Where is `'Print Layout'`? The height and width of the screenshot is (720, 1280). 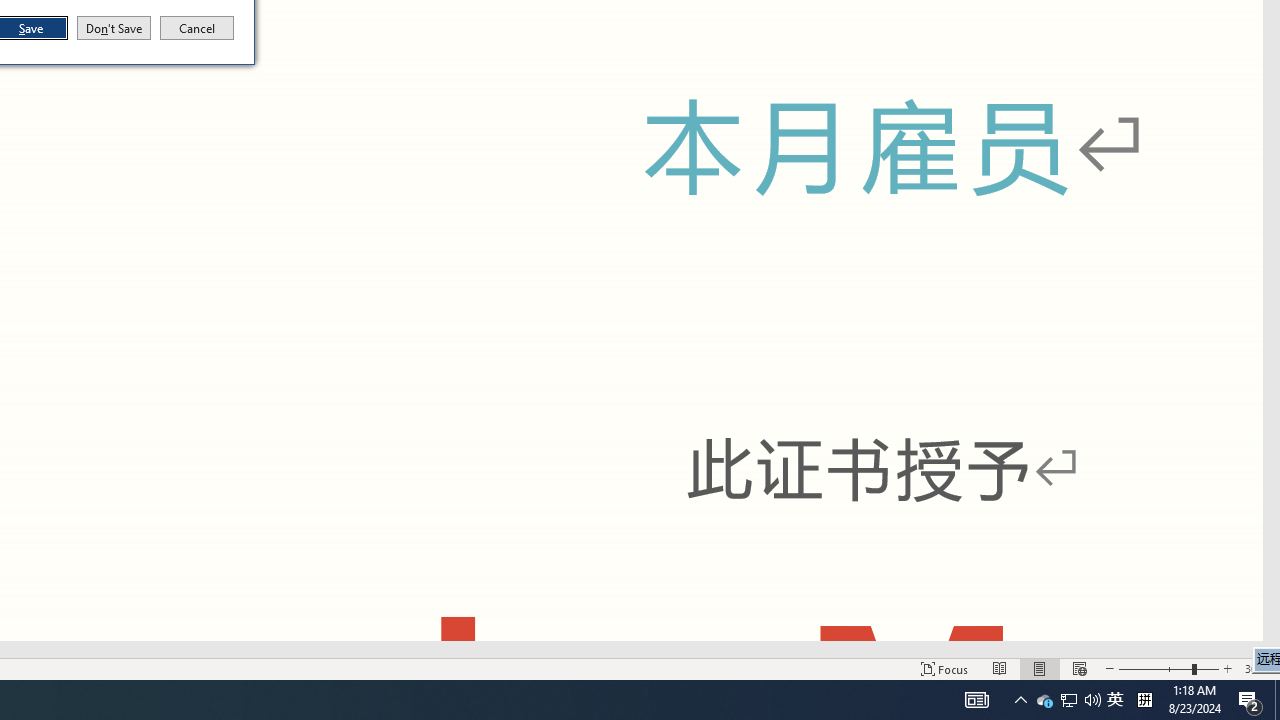 'Print Layout' is located at coordinates (1040, 669).